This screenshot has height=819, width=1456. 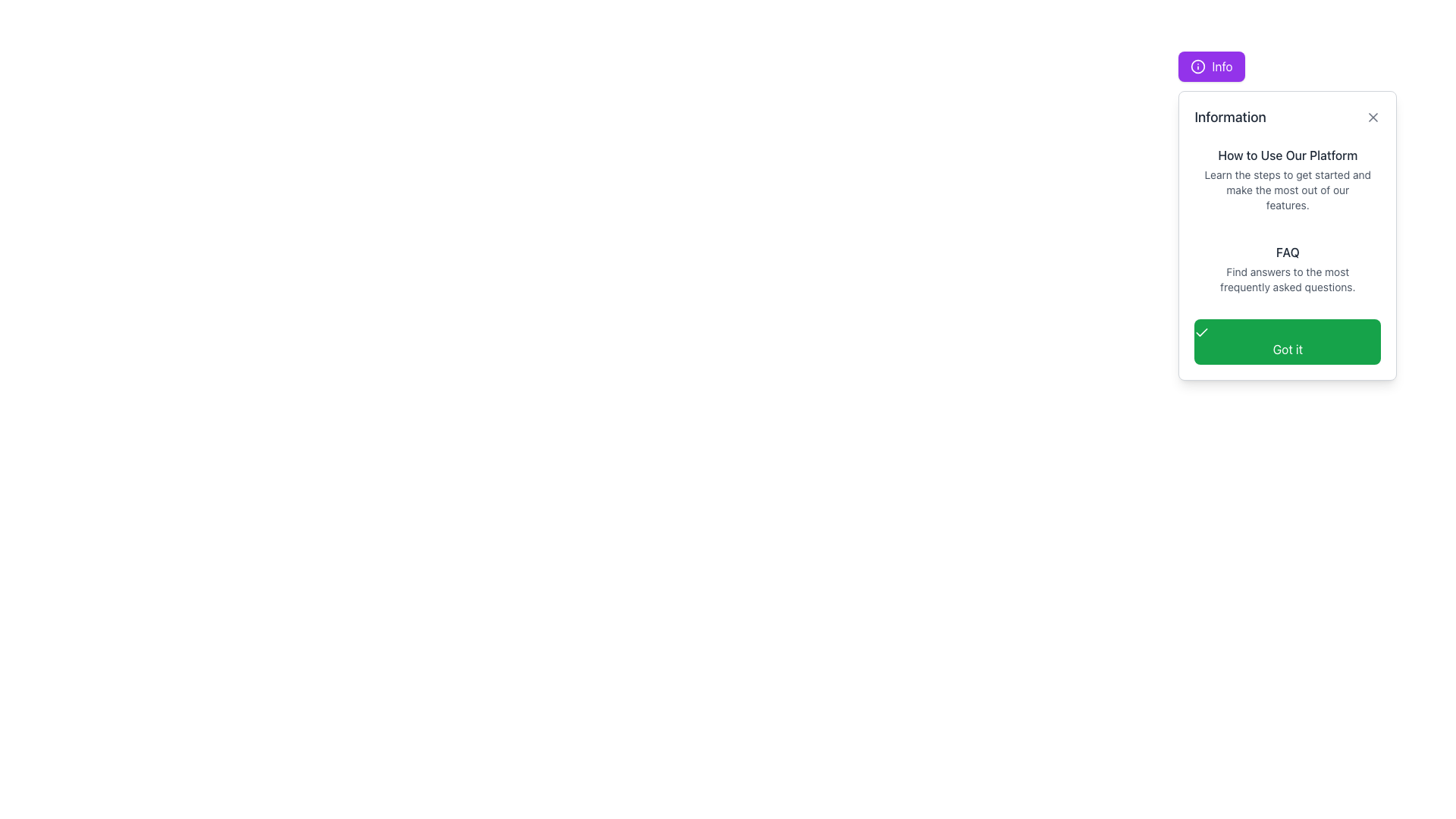 What do you see at coordinates (1197, 66) in the screenshot?
I see `the SVG Circle Element representing an information or notification symbol, located at the top-left corner of the user interface` at bounding box center [1197, 66].